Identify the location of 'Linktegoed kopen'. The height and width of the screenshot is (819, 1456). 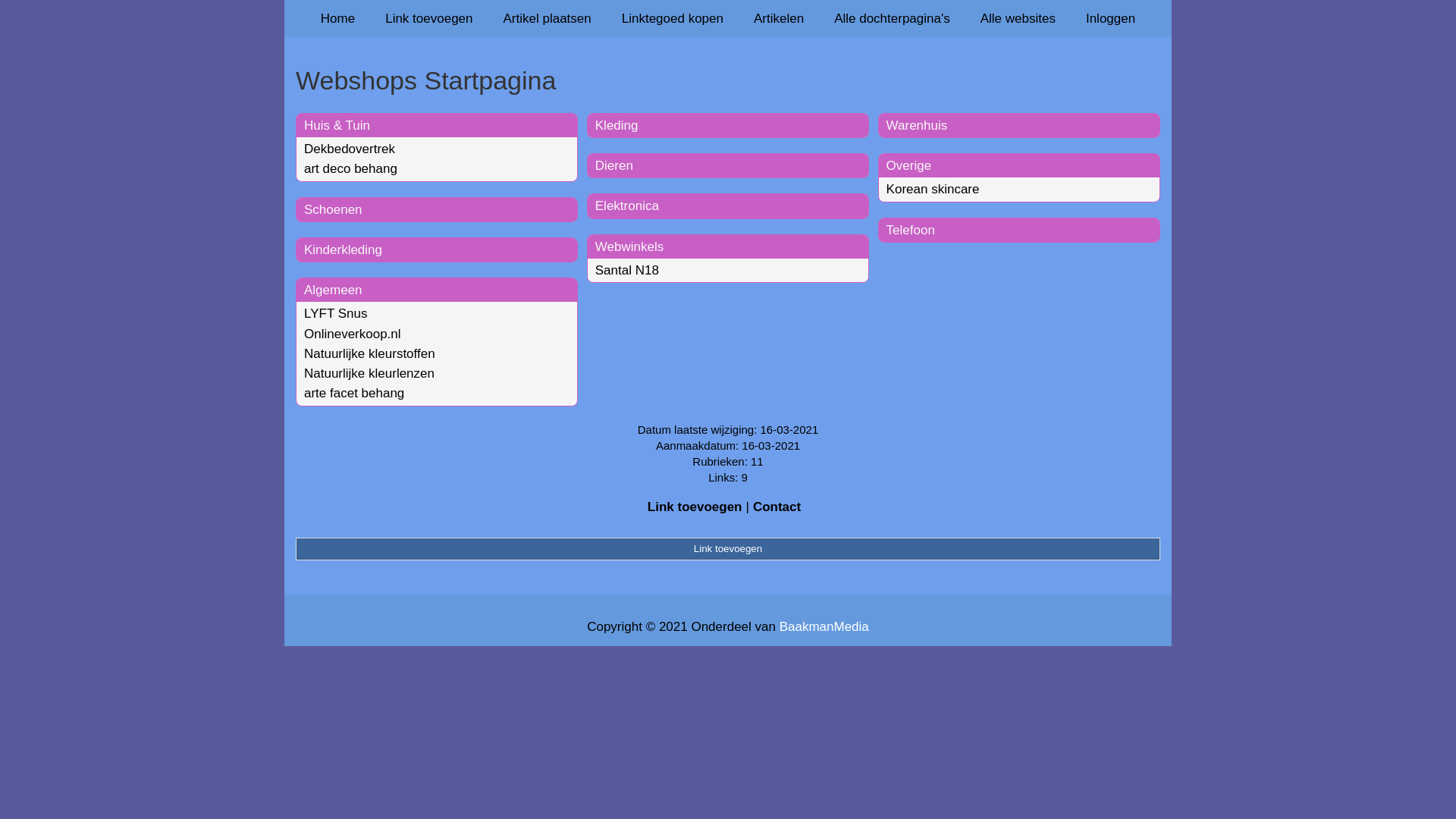
(607, 18).